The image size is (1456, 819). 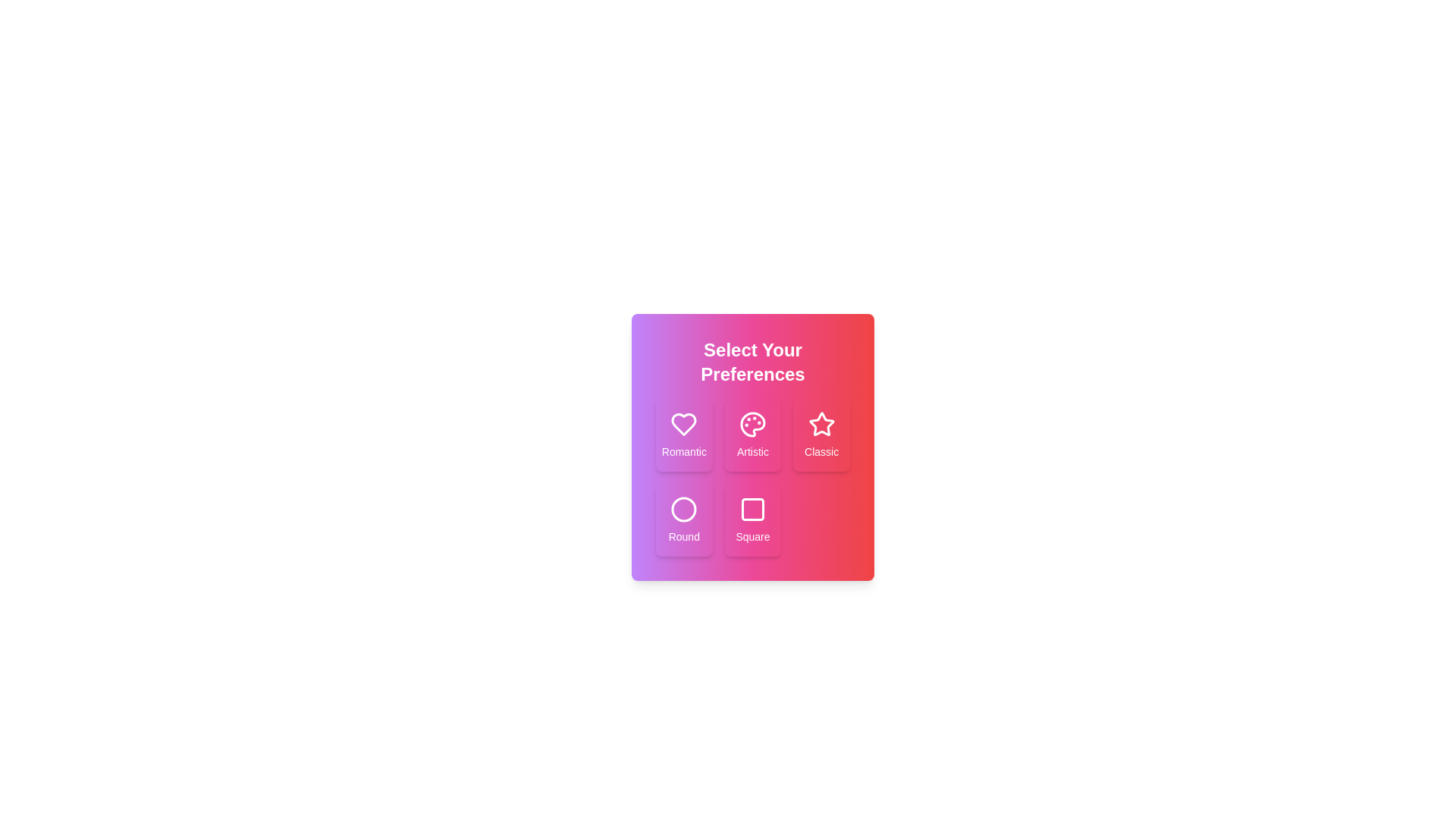 What do you see at coordinates (753, 435) in the screenshot?
I see `the preference option Artistic` at bounding box center [753, 435].